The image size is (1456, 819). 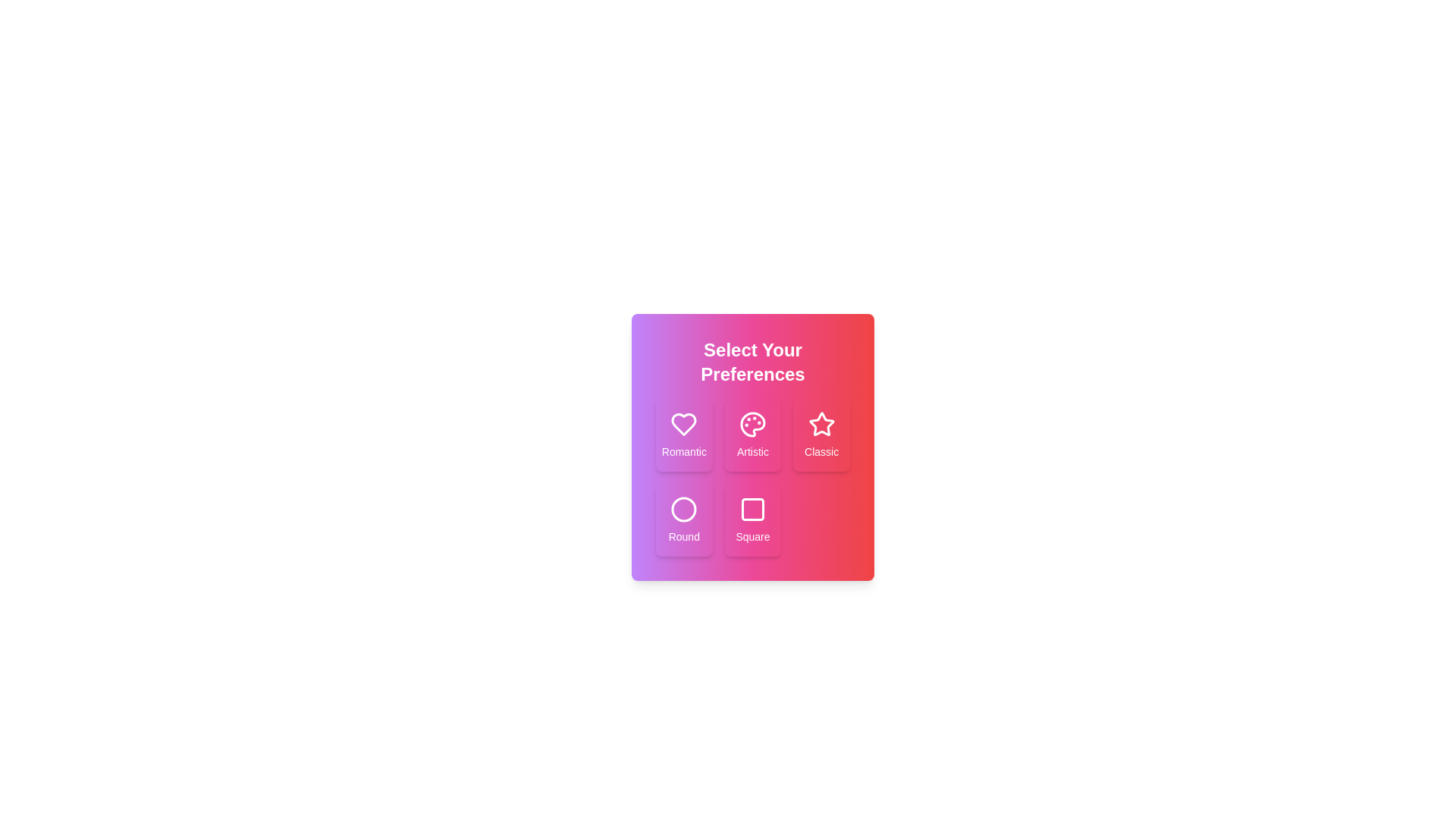 What do you see at coordinates (753, 435) in the screenshot?
I see `the preference option Artistic` at bounding box center [753, 435].